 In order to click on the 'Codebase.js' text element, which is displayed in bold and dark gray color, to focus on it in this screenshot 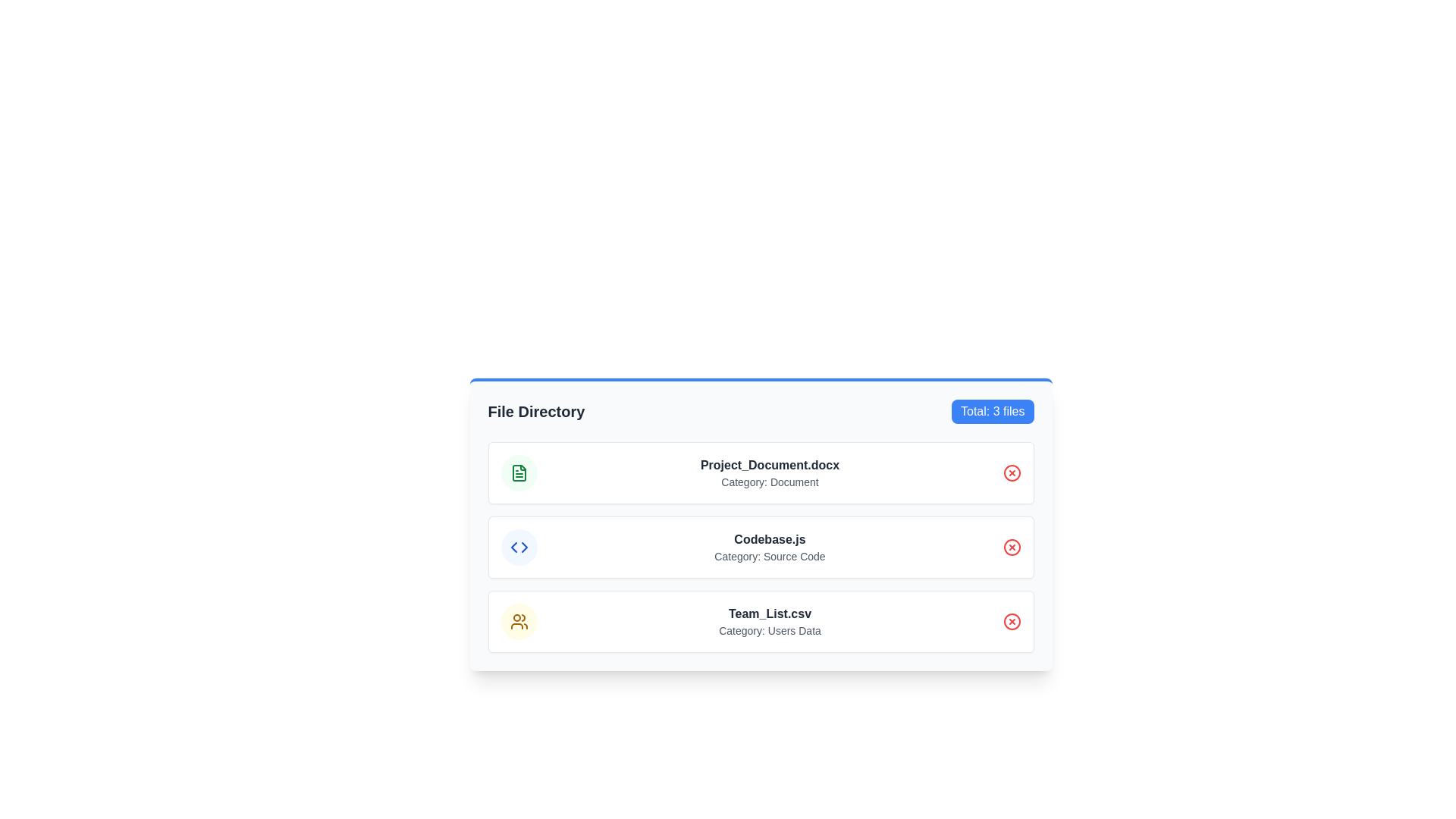, I will do `click(770, 539)`.